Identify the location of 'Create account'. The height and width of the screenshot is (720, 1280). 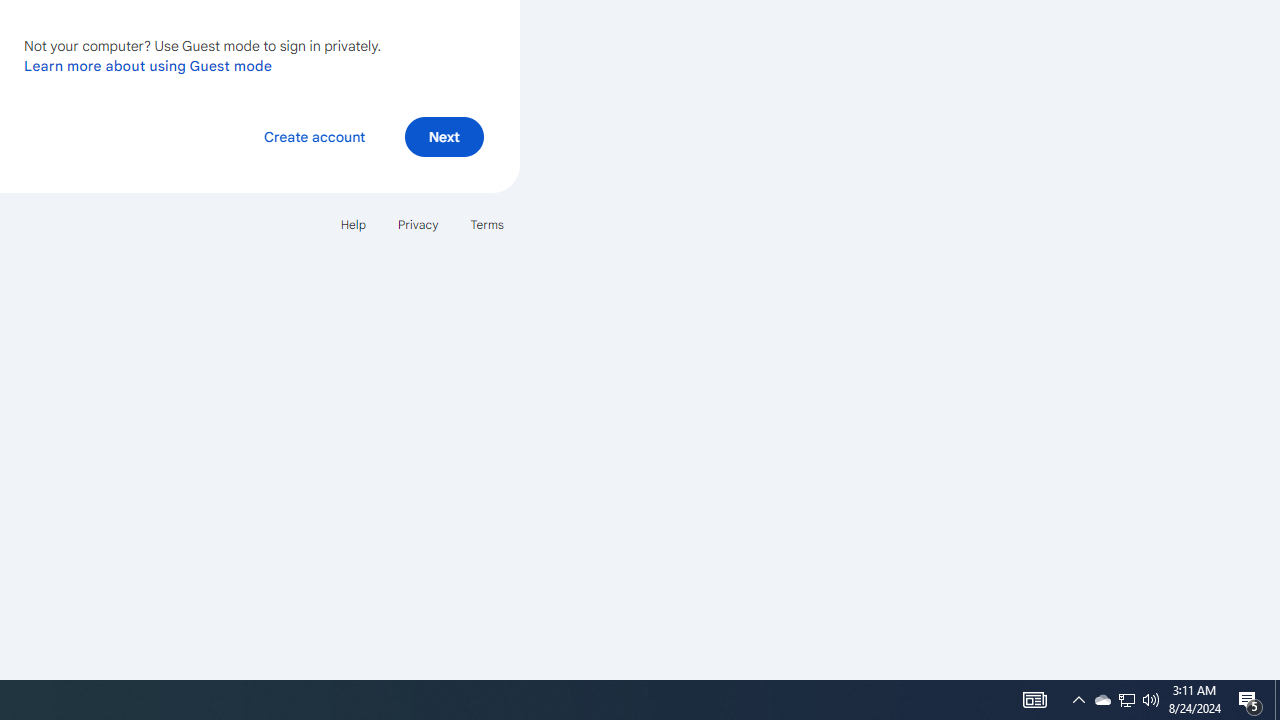
(313, 135).